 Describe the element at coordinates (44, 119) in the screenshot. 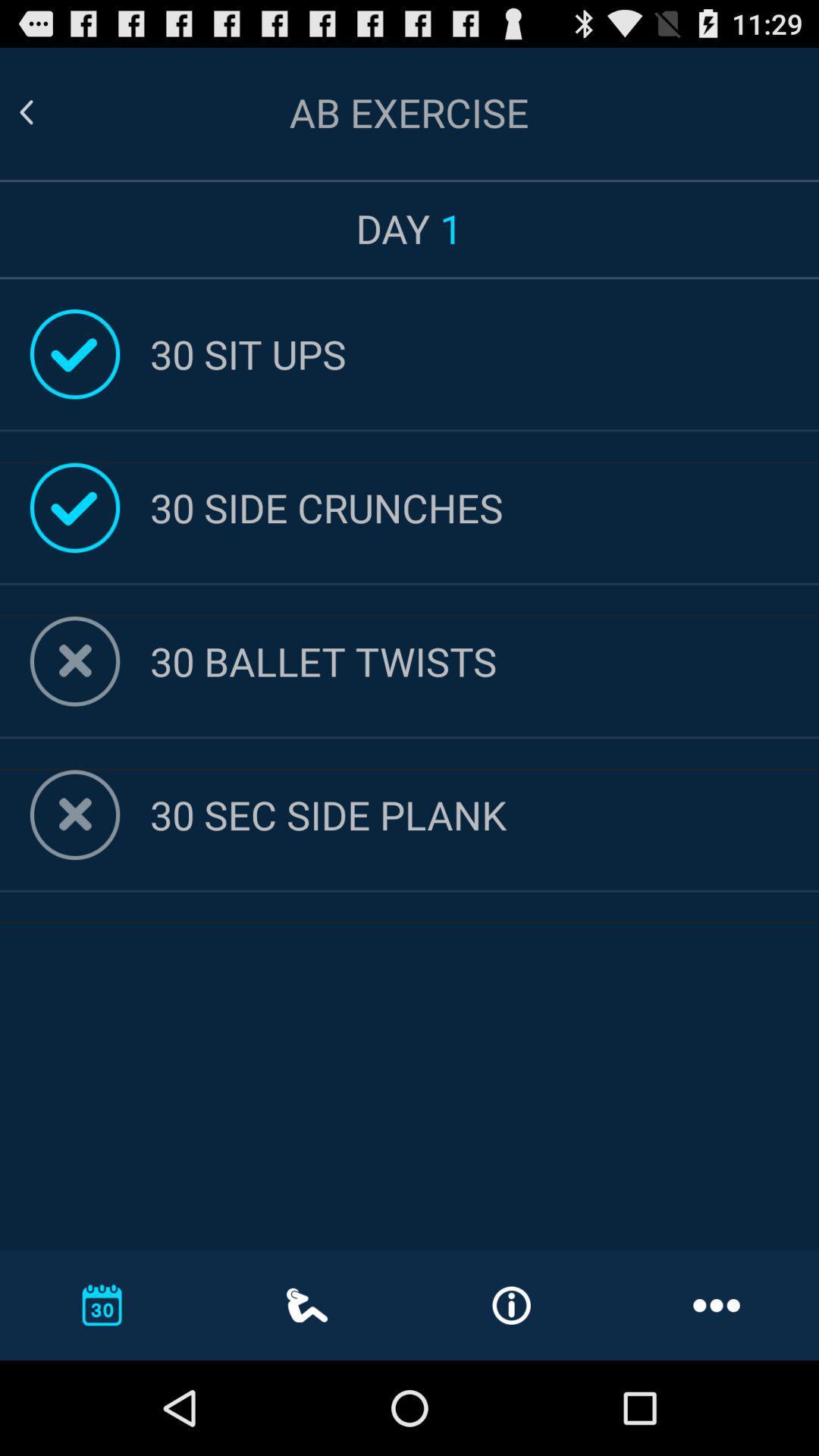

I see `the arrow_backward icon` at that location.